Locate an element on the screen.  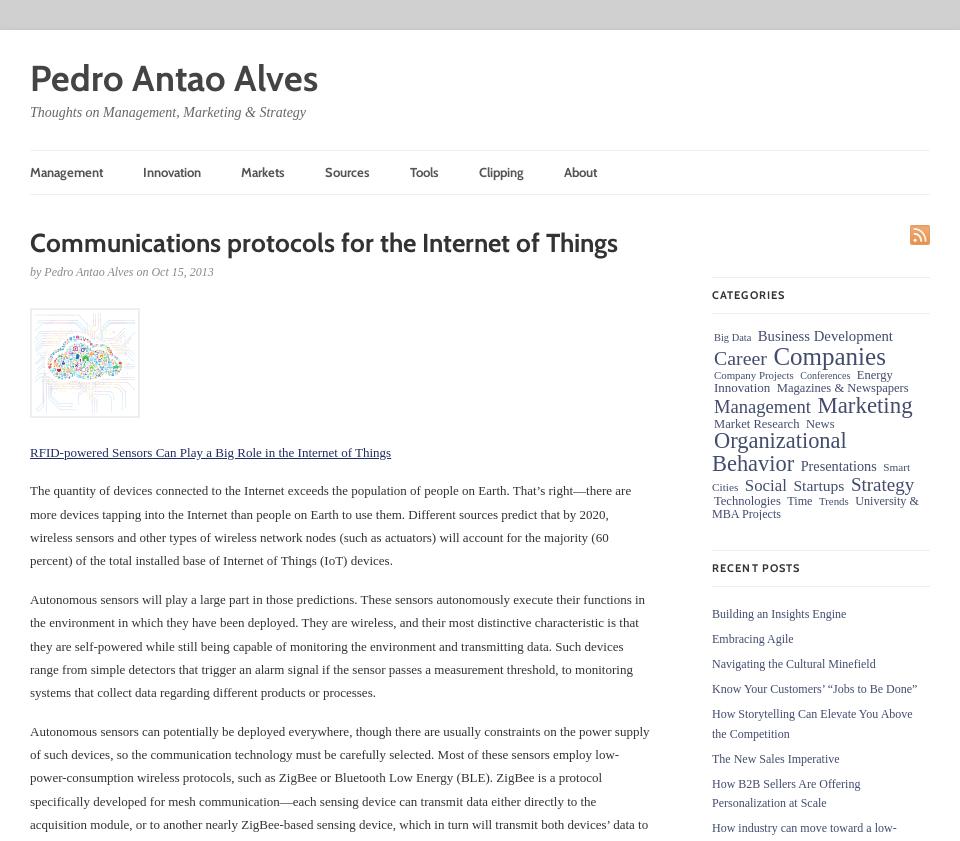
'The quantity of devices connected to the Internet exceeds the population of people on Earth. That’s right—there are more devices tapping into the Internet than people on Earth to use them. Different sources predict that by 2020, wireless sensors and other types of wireless network nodes (such as actuators) will account for the majority (60 percent) of the total installed base of Internet of Things (IoT) devices.' is located at coordinates (330, 525).